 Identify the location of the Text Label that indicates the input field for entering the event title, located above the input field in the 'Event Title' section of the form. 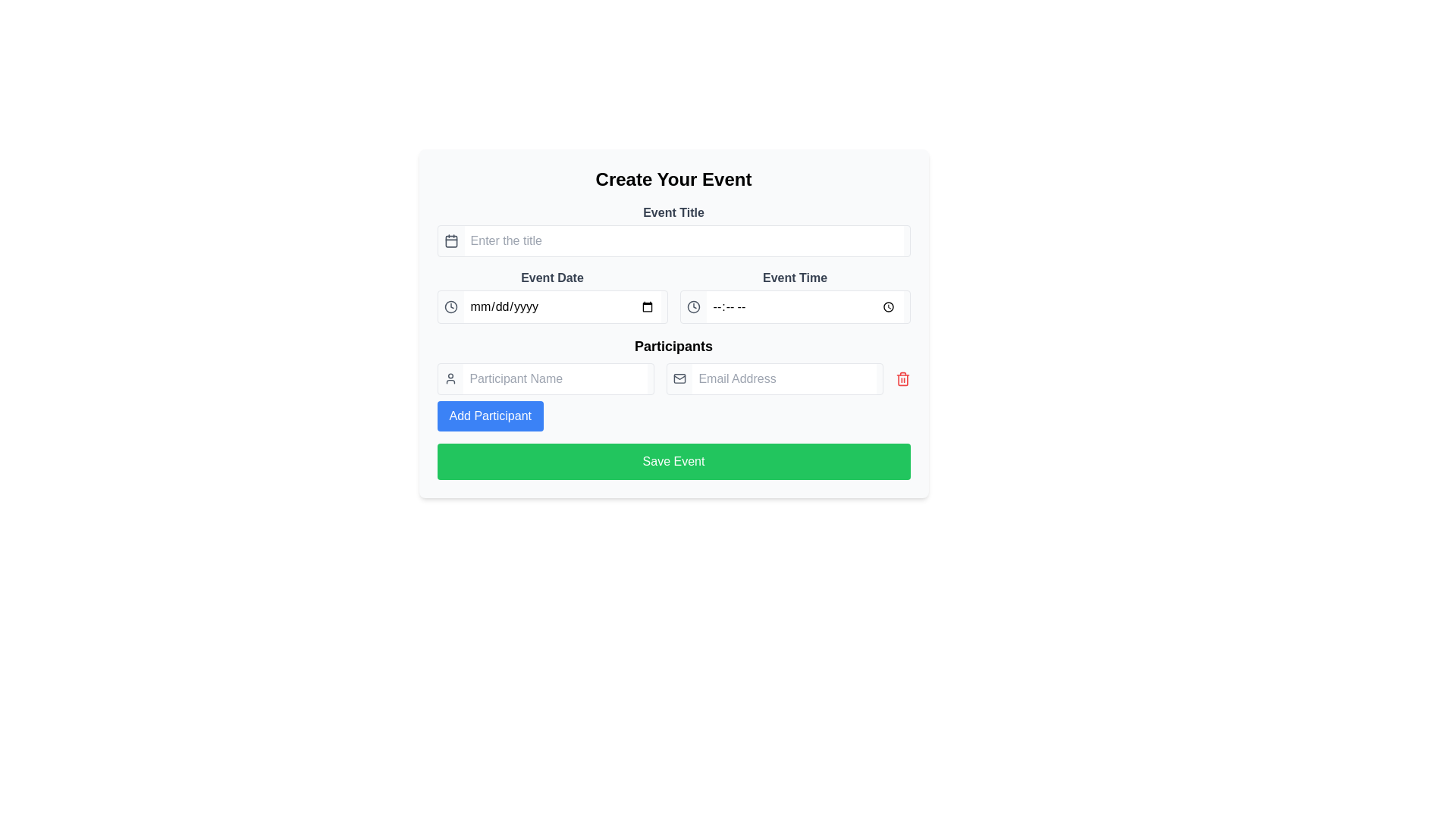
(673, 213).